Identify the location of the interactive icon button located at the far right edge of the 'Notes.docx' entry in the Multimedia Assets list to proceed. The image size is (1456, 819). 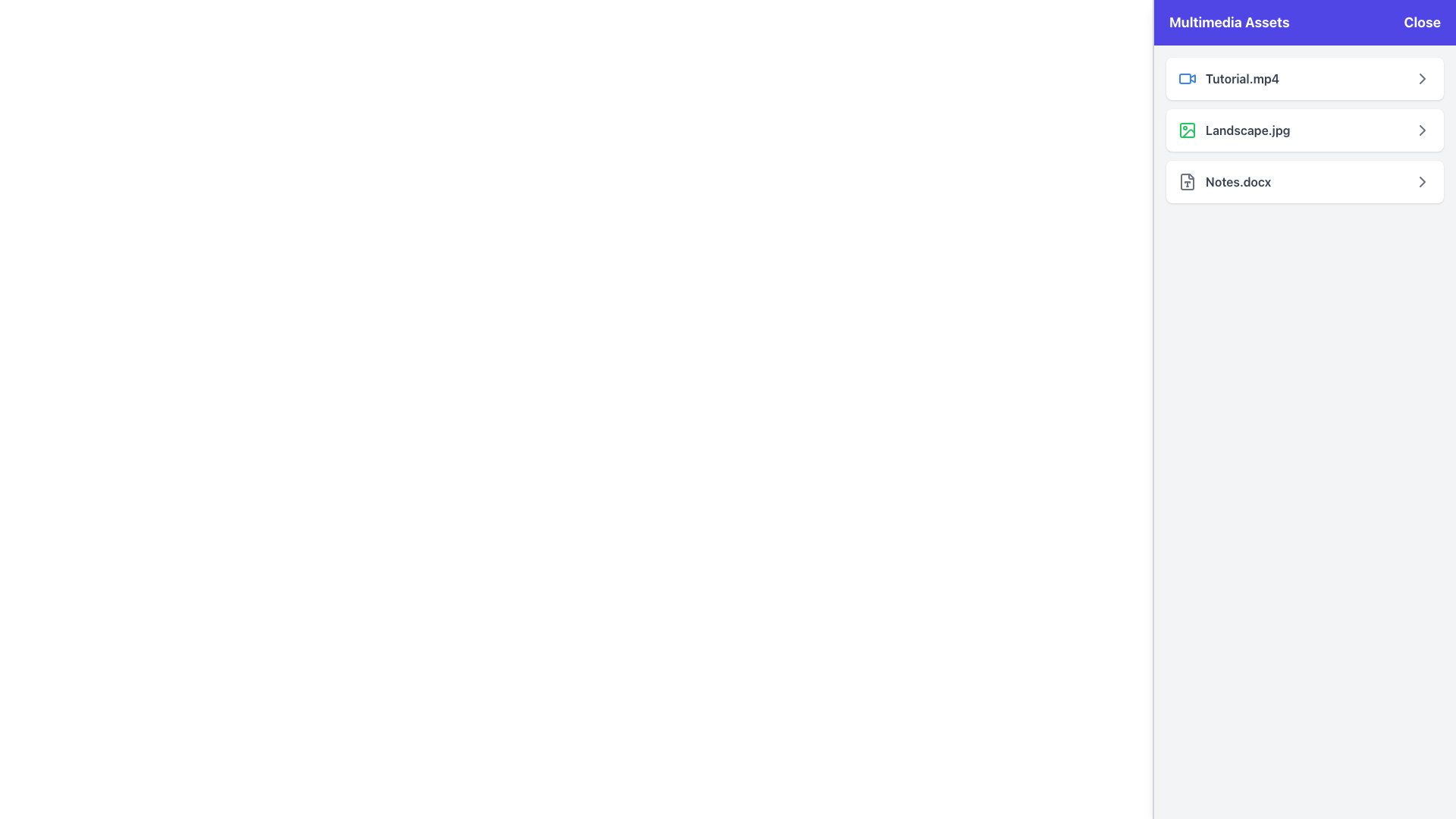
(1422, 180).